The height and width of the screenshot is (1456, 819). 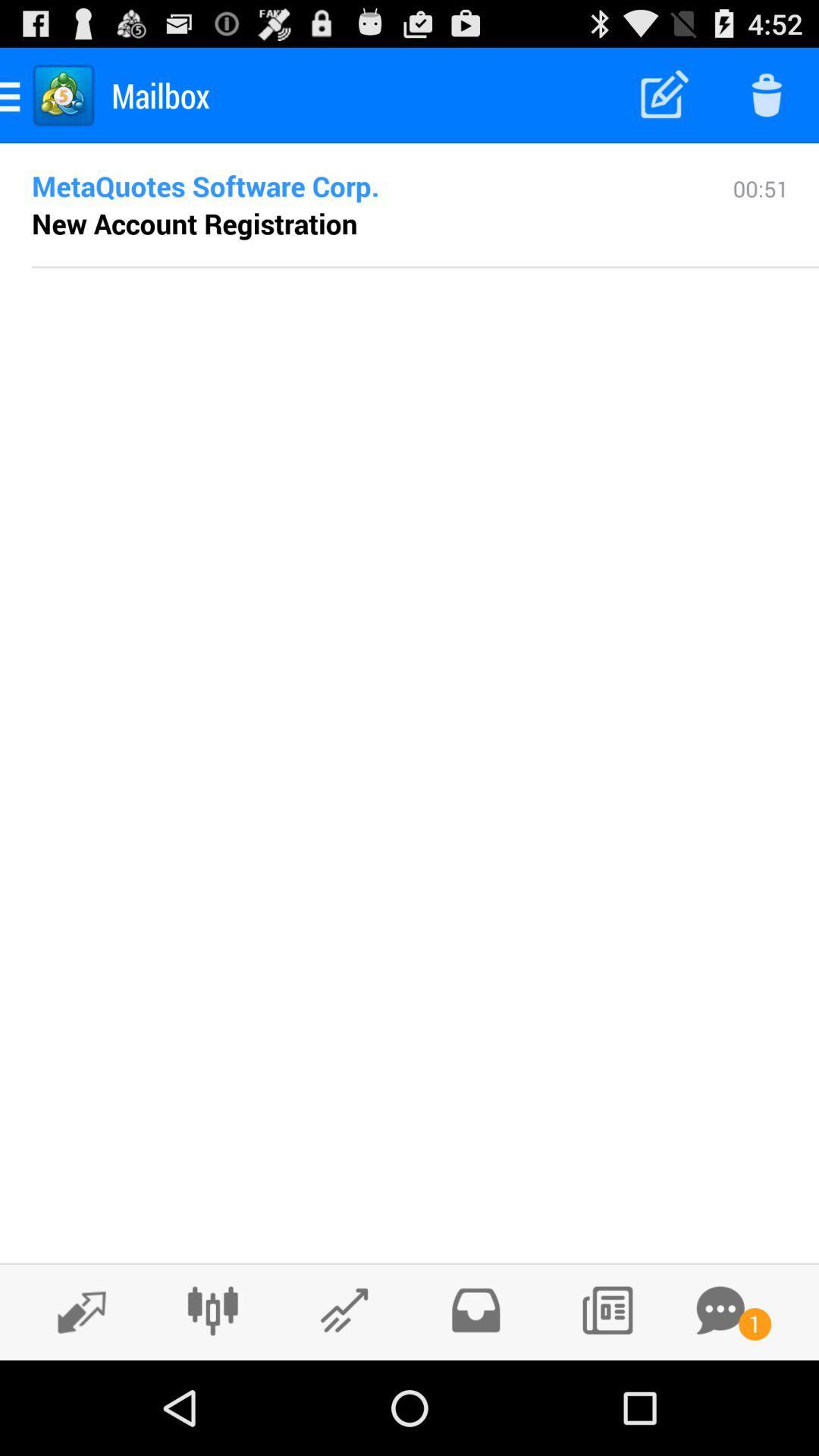 What do you see at coordinates (344, 1310) in the screenshot?
I see `share option` at bounding box center [344, 1310].